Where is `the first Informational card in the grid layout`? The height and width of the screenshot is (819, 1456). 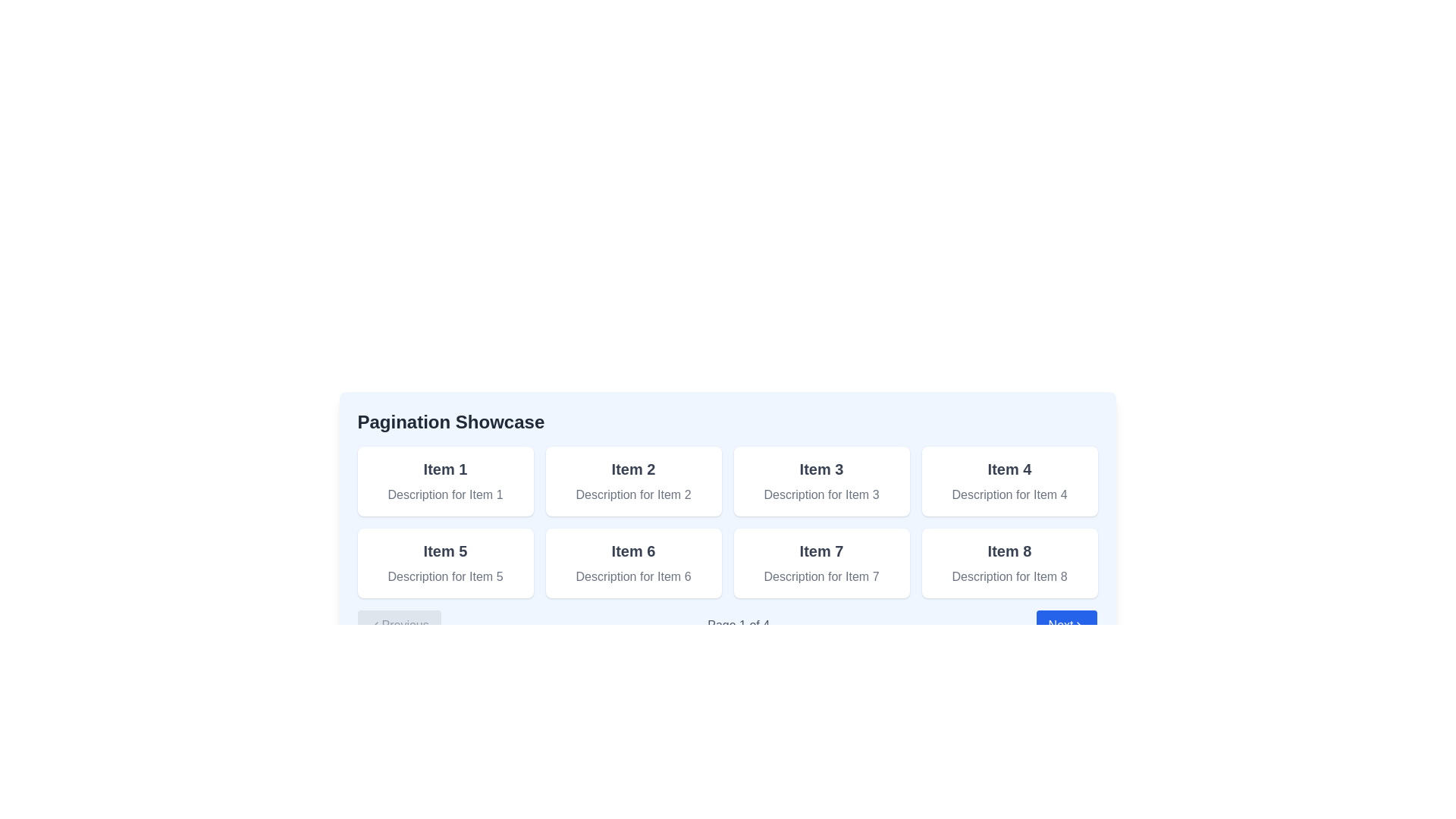 the first Informational card in the grid layout is located at coordinates (444, 482).